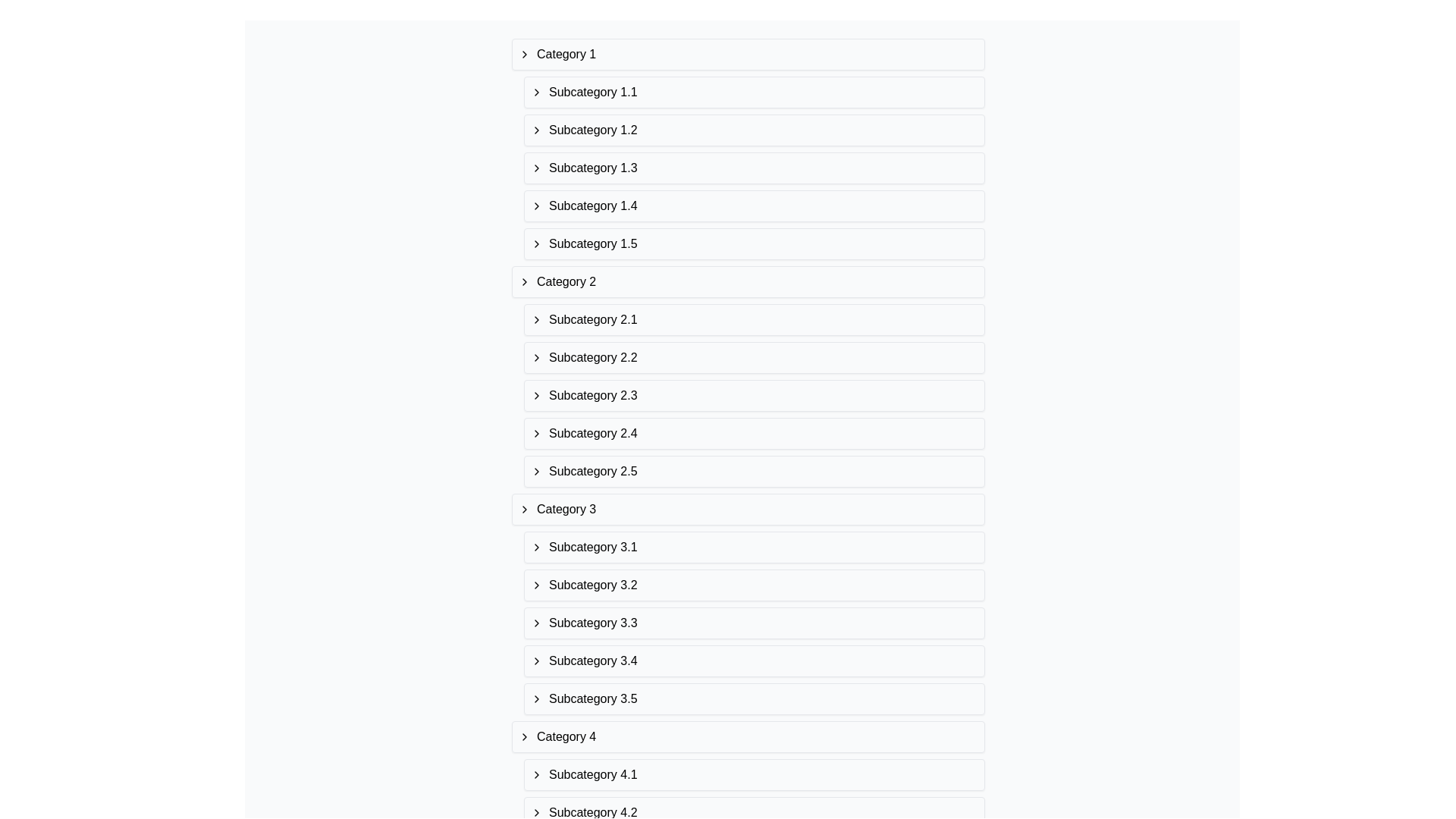 Image resolution: width=1456 pixels, height=819 pixels. Describe the element at coordinates (537, 206) in the screenshot. I see `the Chevron icon/button located to the immediate left of the text 'Subcategory 1.4'` at that location.